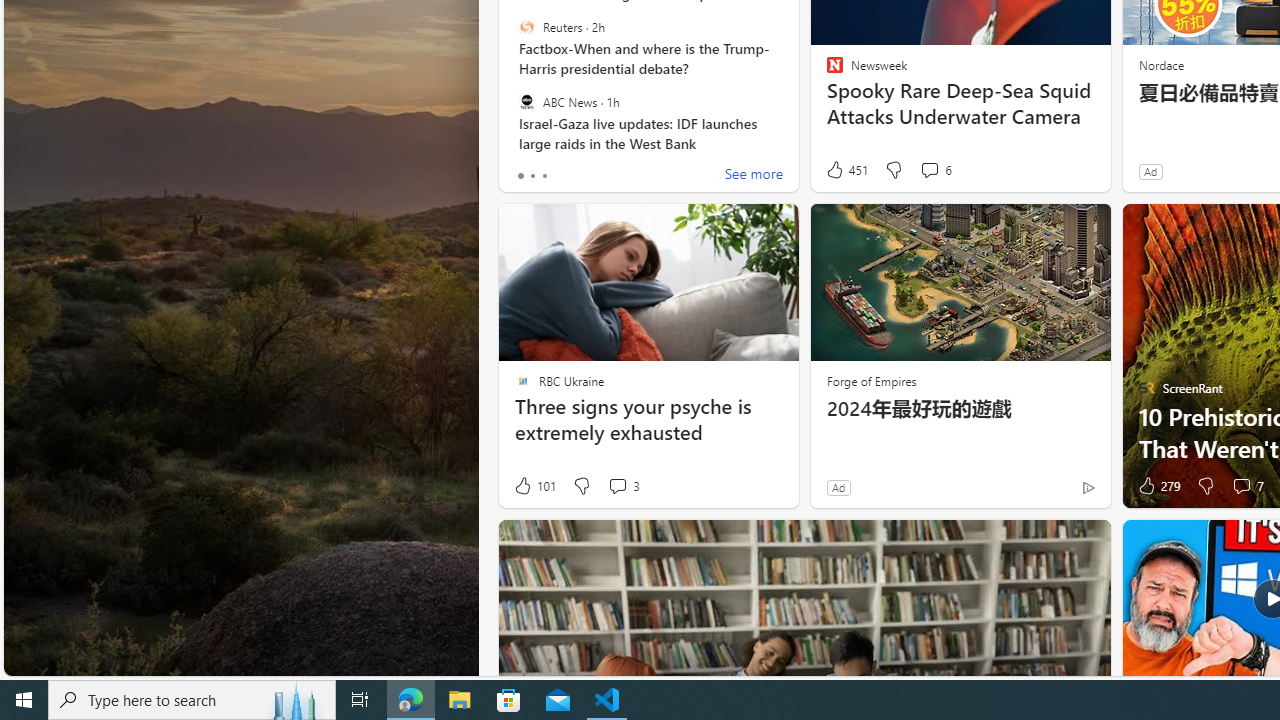 The width and height of the screenshot is (1280, 720). Describe the element at coordinates (1240, 486) in the screenshot. I see `'View comments 7 Comment'` at that location.